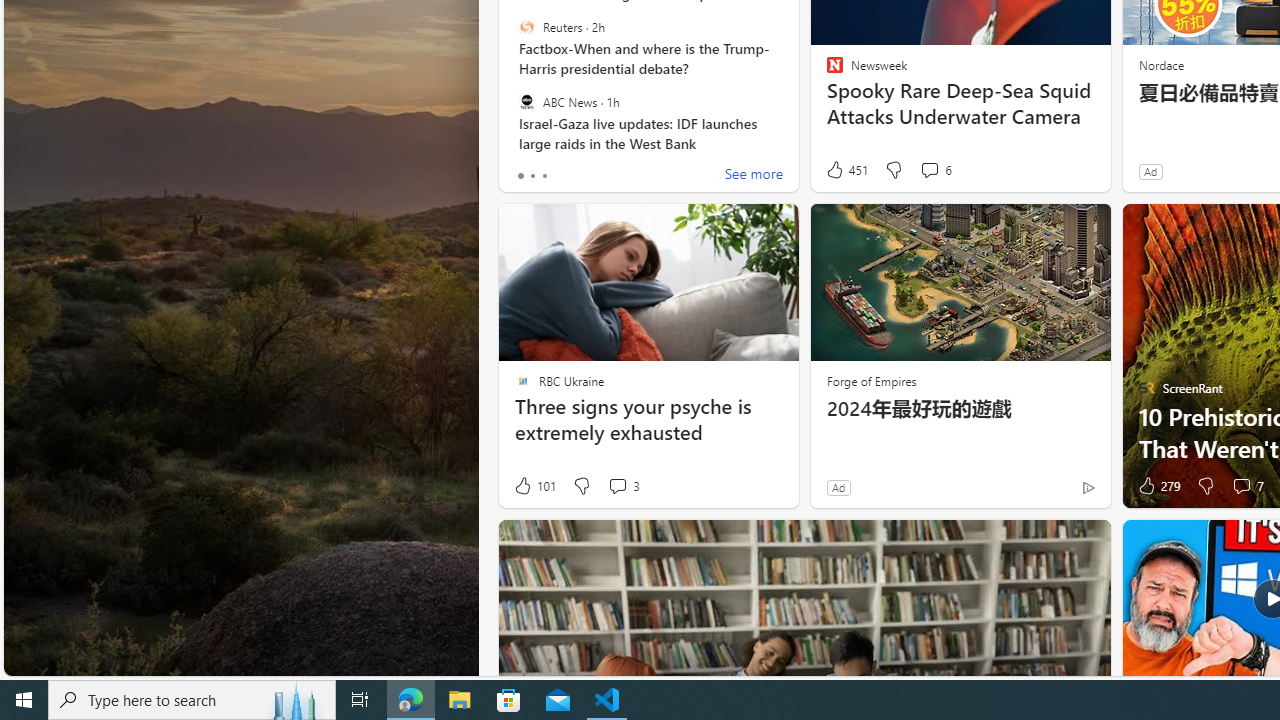 The width and height of the screenshot is (1280, 720). Describe the element at coordinates (1240, 486) in the screenshot. I see `'View comments 7 Comment'` at that location.